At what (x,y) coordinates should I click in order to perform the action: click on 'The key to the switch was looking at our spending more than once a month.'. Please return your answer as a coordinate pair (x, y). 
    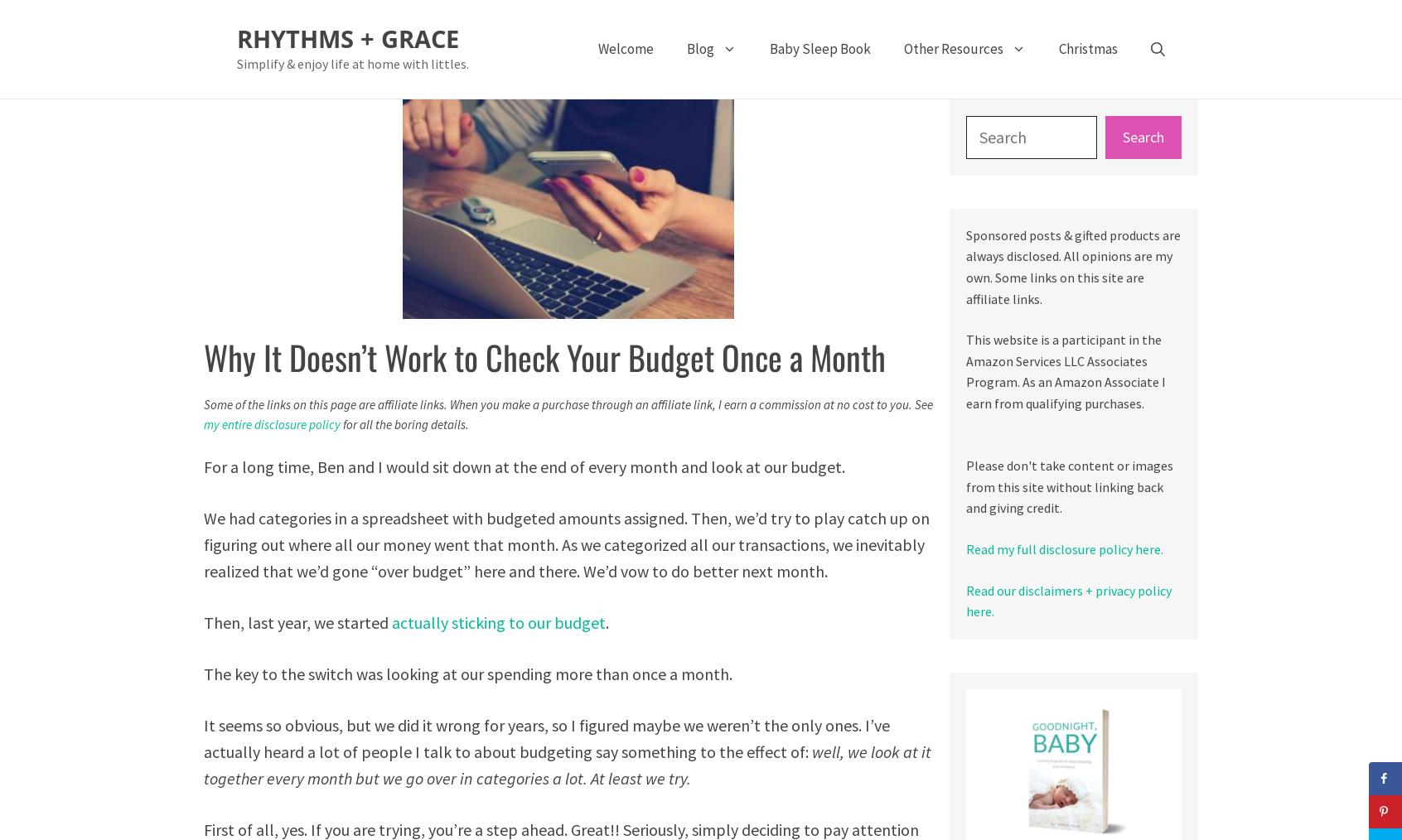
    Looking at the image, I should click on (467, 673).